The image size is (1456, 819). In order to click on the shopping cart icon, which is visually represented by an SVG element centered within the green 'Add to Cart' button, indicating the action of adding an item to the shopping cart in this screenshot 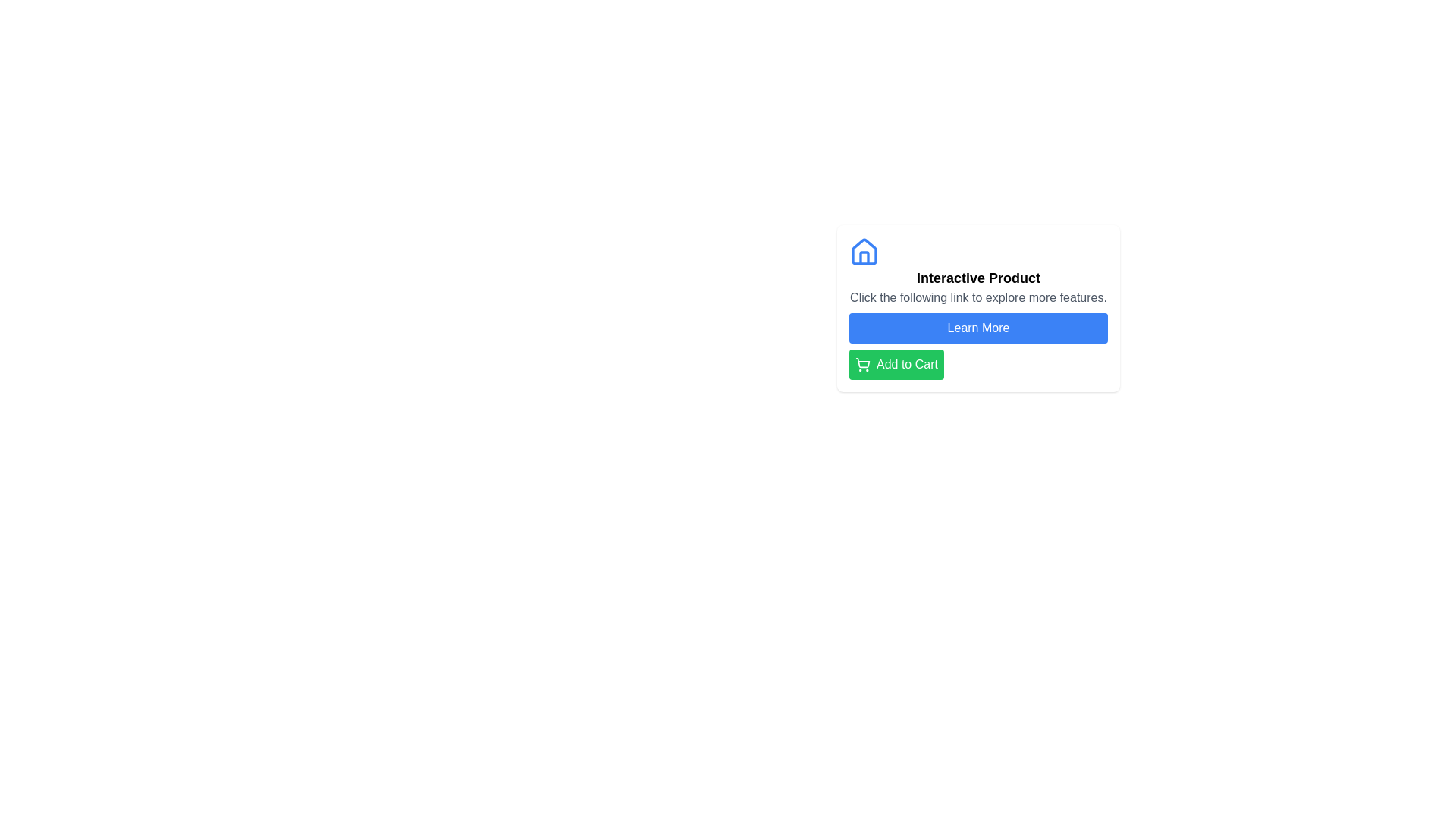, I will do `click(862, 362)`.